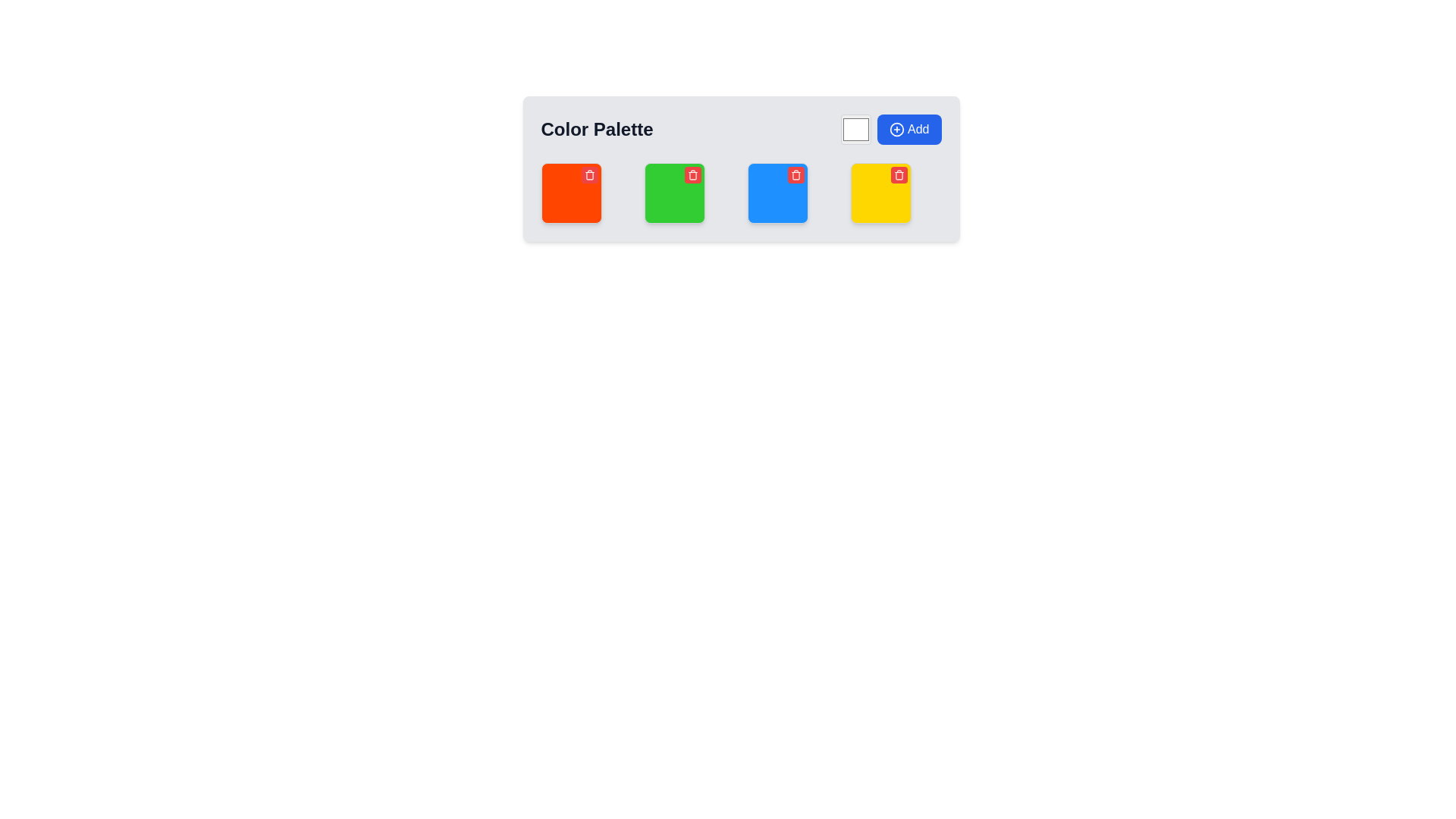 The image size is (1456, 819). What do you see at coordinates (588, 174) in the screenshot?
I see `the delete button with a trash bin icon, located at the top-right corner of the orange square tile` at bounding box center [588, 174].